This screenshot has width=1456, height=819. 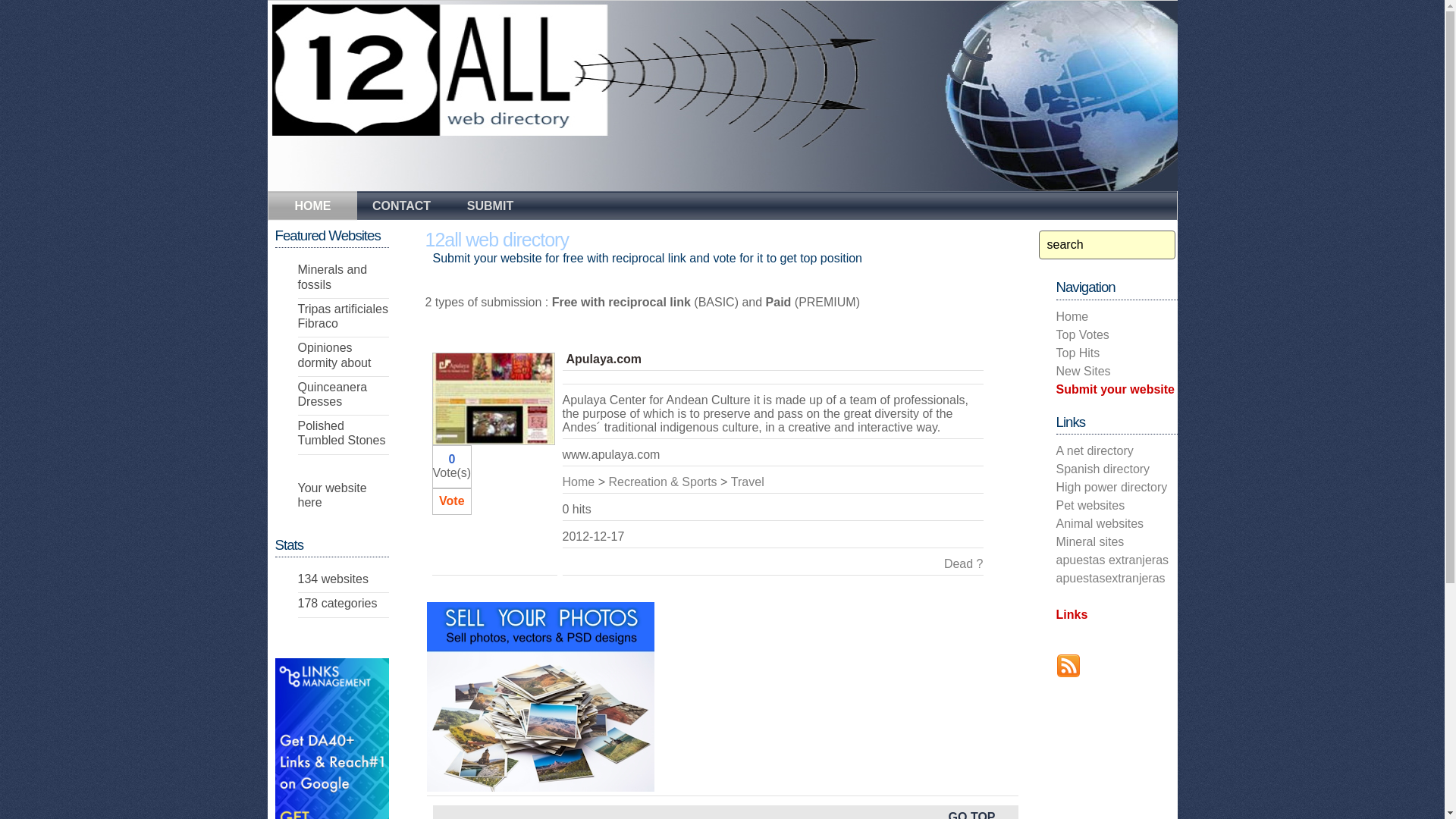 What do you see at coordinates (539, 696) in the screenshot?
I see `'Sell your photos'` at bounding box center [539, 696].